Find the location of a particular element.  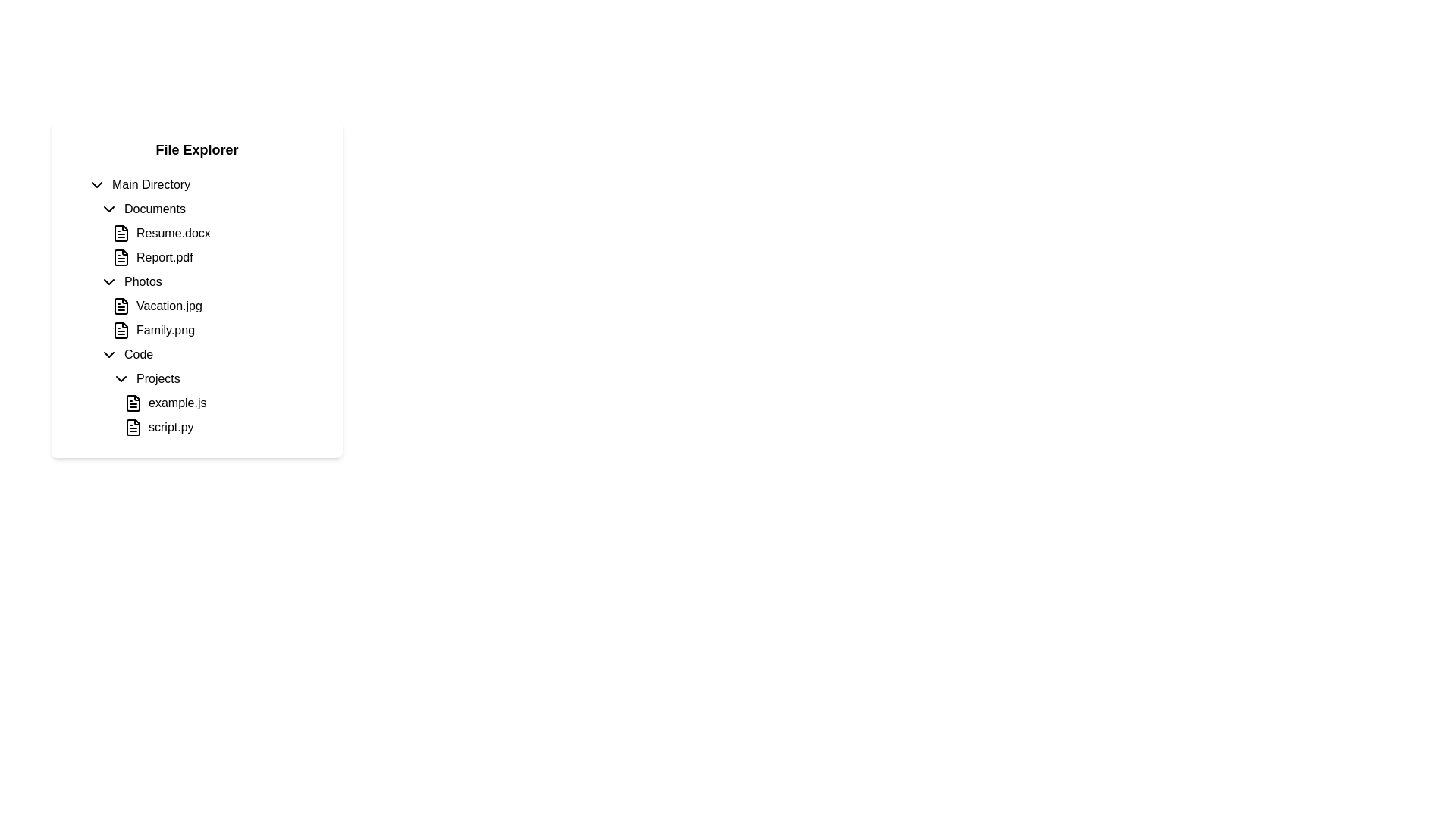

the document outline icon representing the 'Report.pdf' file in the file explorer interface is located at coordinates (120, 256).